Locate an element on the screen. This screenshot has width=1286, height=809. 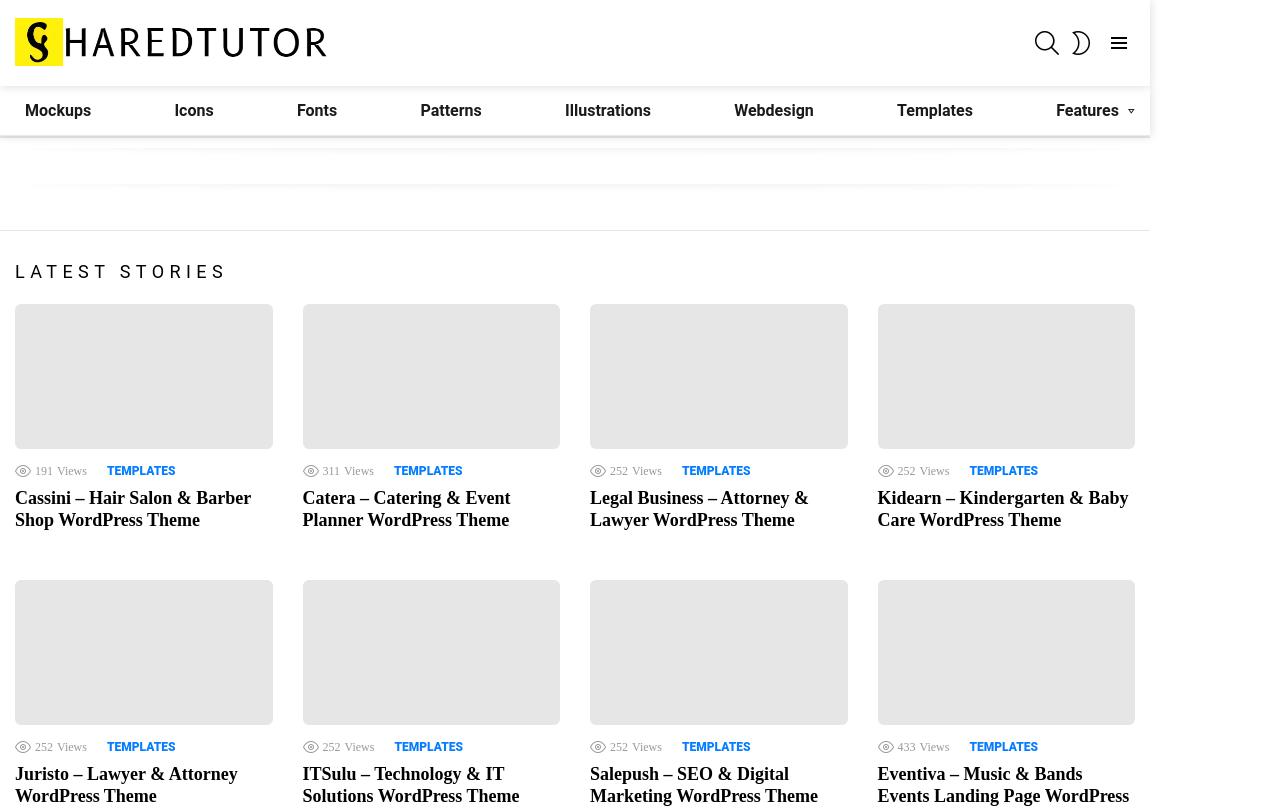
'Cassini – Hair Salon & Barber Shop WordPress Theme' is located at coordinates (132, 507).